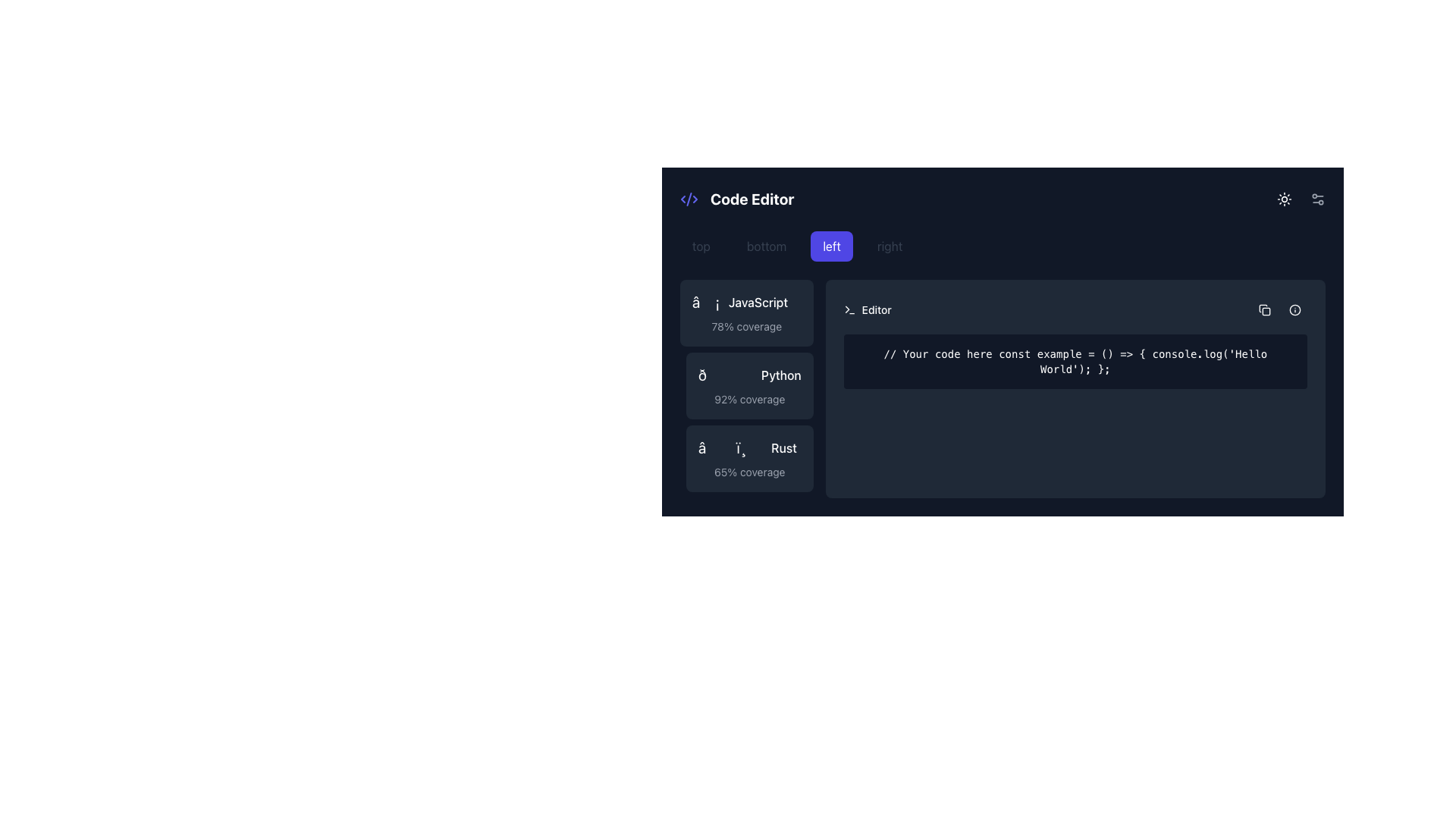 Image resolution: width=1456 pixels, height=819 pixels. Describe the element at coordinates (1263, 308) in the screenshot. I see `the vector graphic component representing the copy code feature located at the top-right corner of the code editor panel` at that location.